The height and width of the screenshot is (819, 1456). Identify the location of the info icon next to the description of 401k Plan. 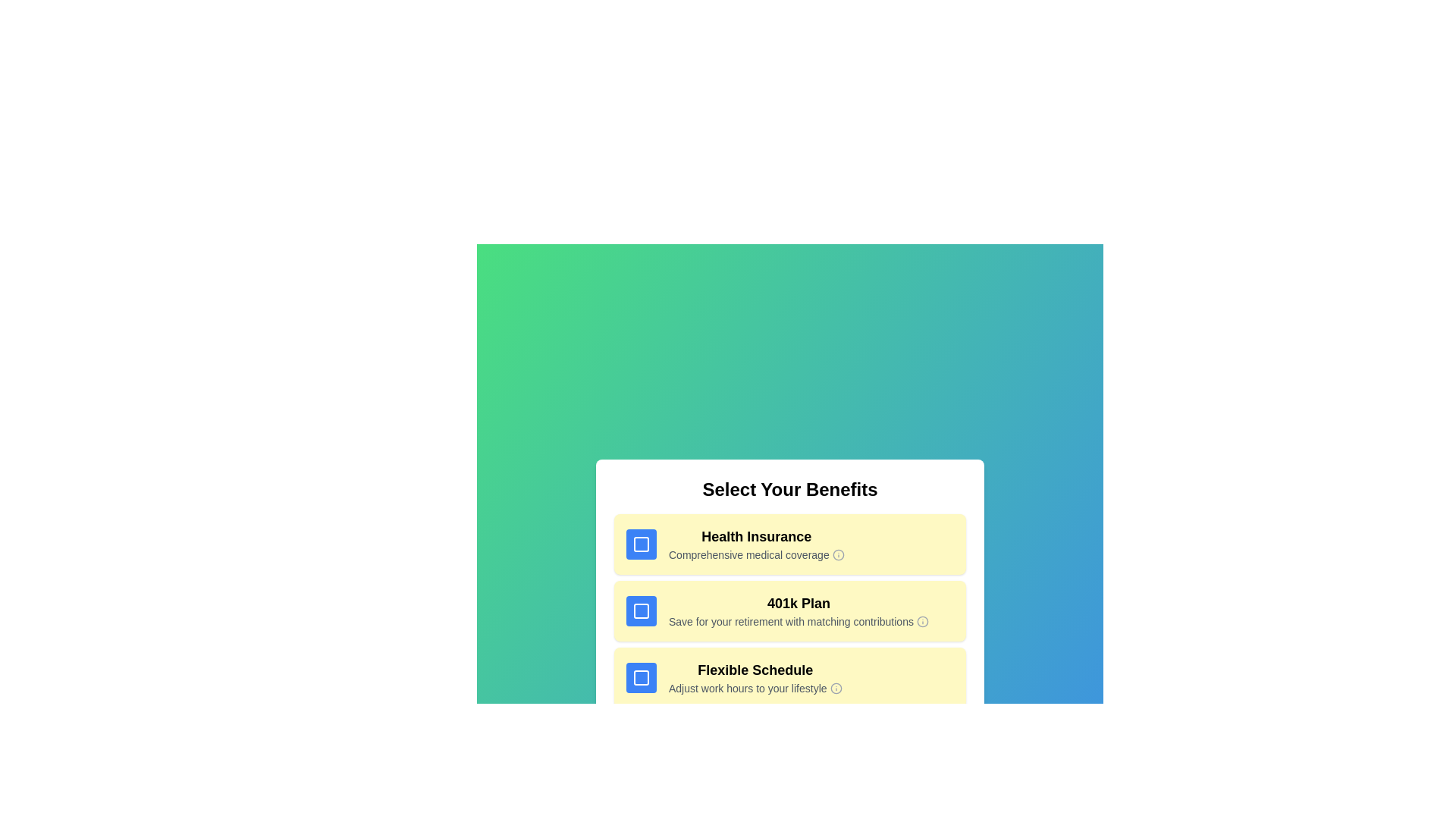
(921, 622).